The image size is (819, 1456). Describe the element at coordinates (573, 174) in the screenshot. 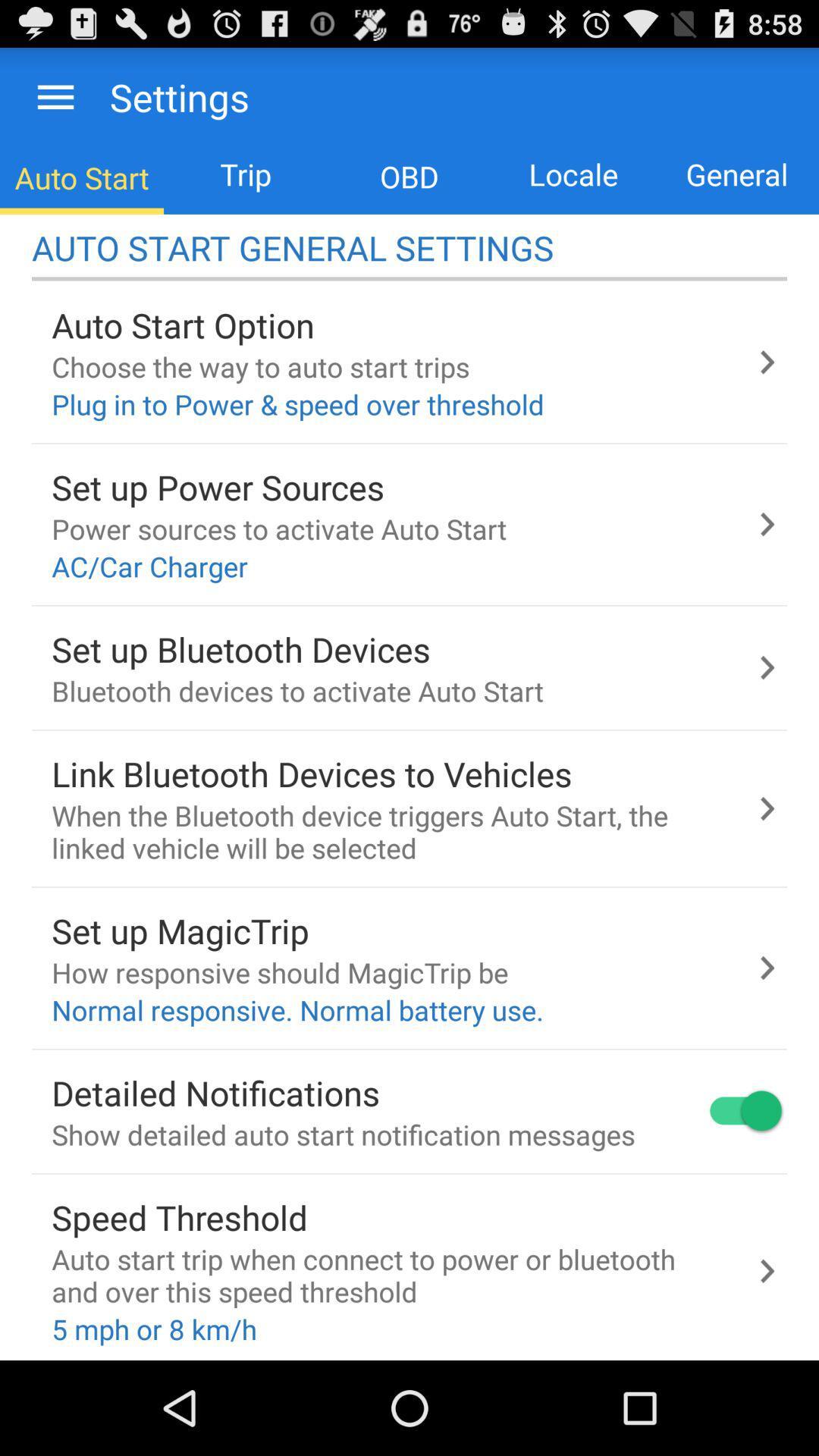

I see `the text locale` at that location.